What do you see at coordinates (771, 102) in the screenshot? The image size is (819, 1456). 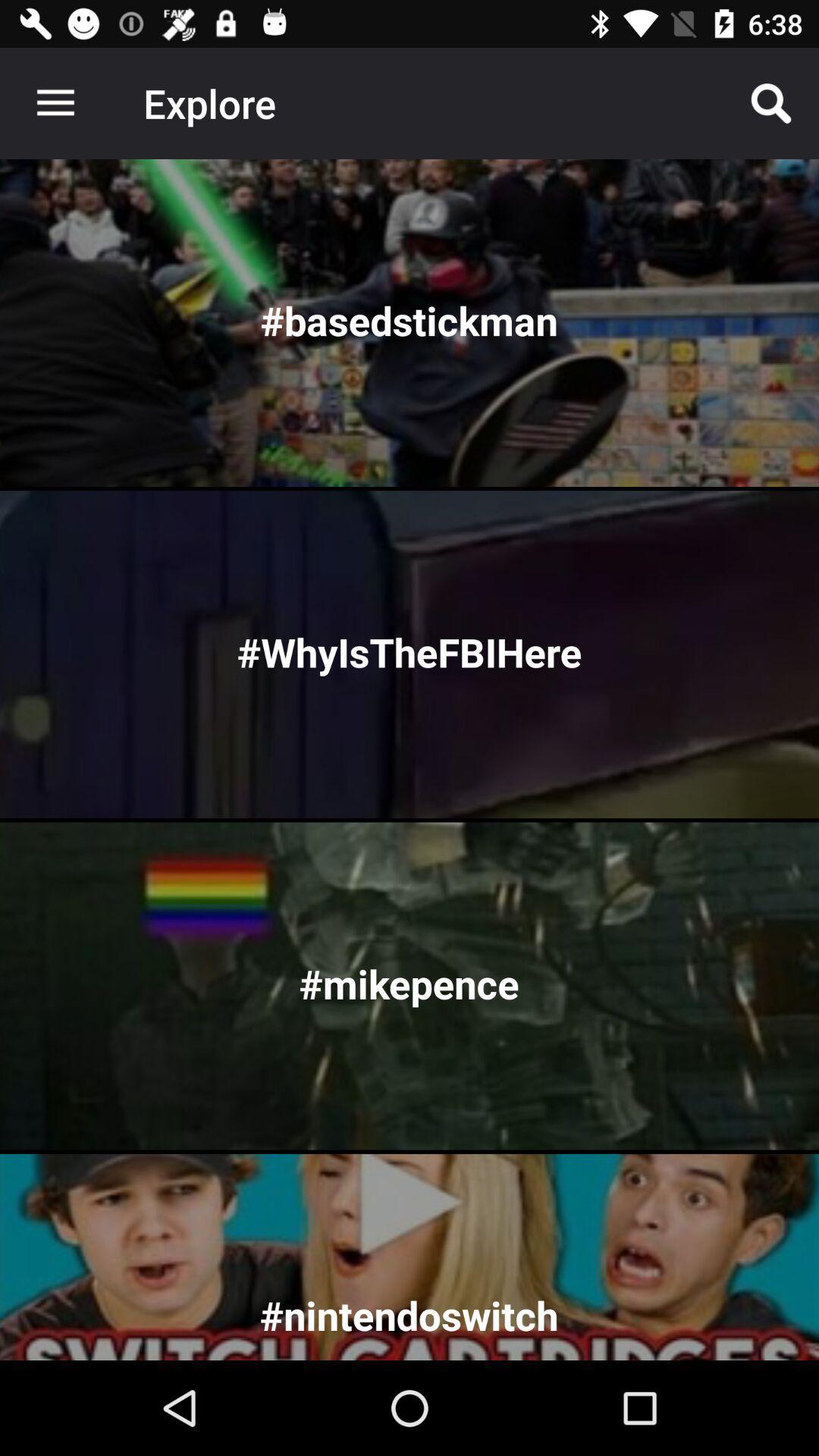 I see `the icon next to the explore icon` at bounding box center [771, 102].